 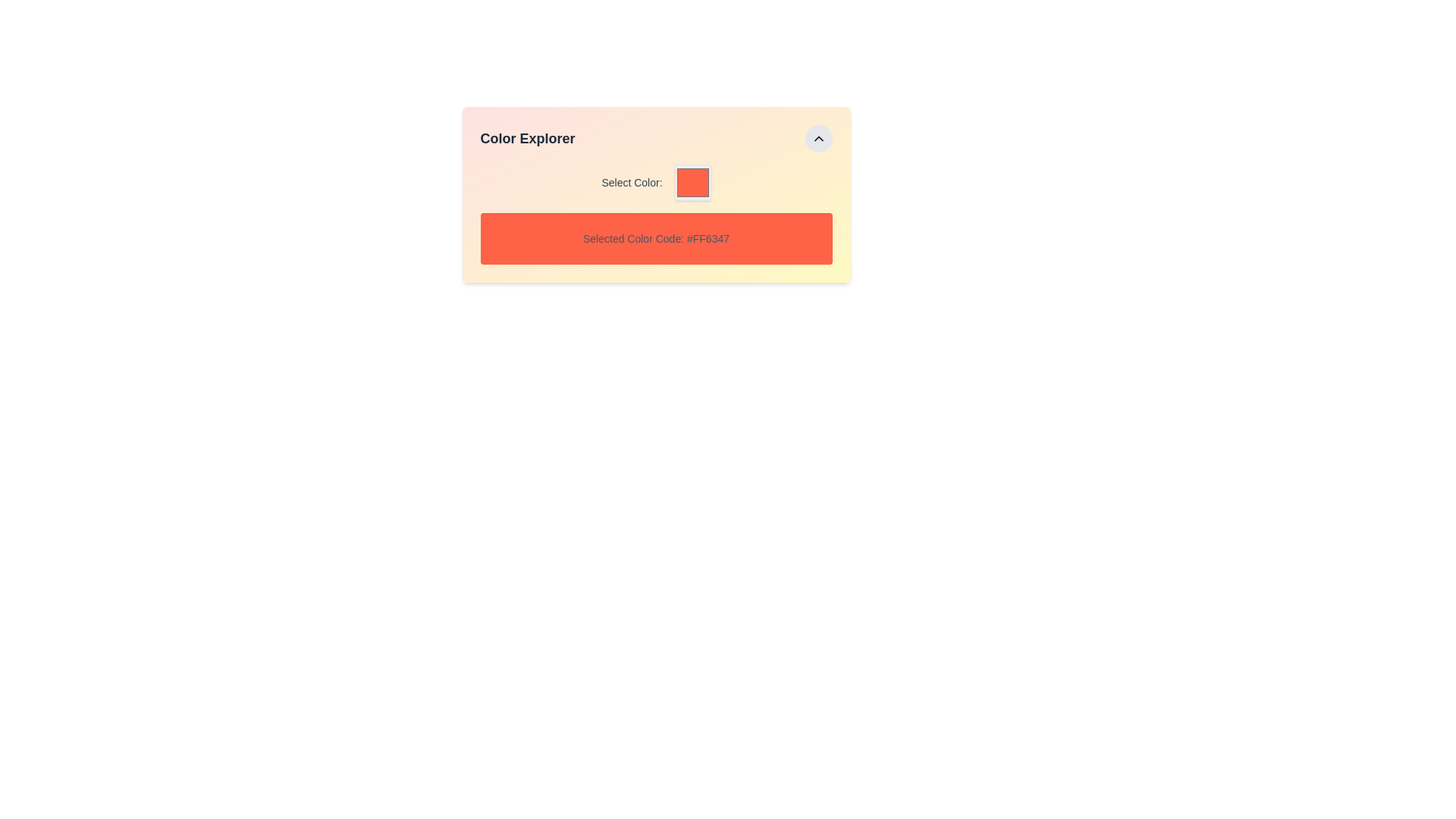 What do you see at coordinates (632, 181) in the screenshot?
I see `the Text label that serves as a descriptive label for the adjacent color selection interface located in the 'Color Explorer' panel` at bounding box center [632, 181].